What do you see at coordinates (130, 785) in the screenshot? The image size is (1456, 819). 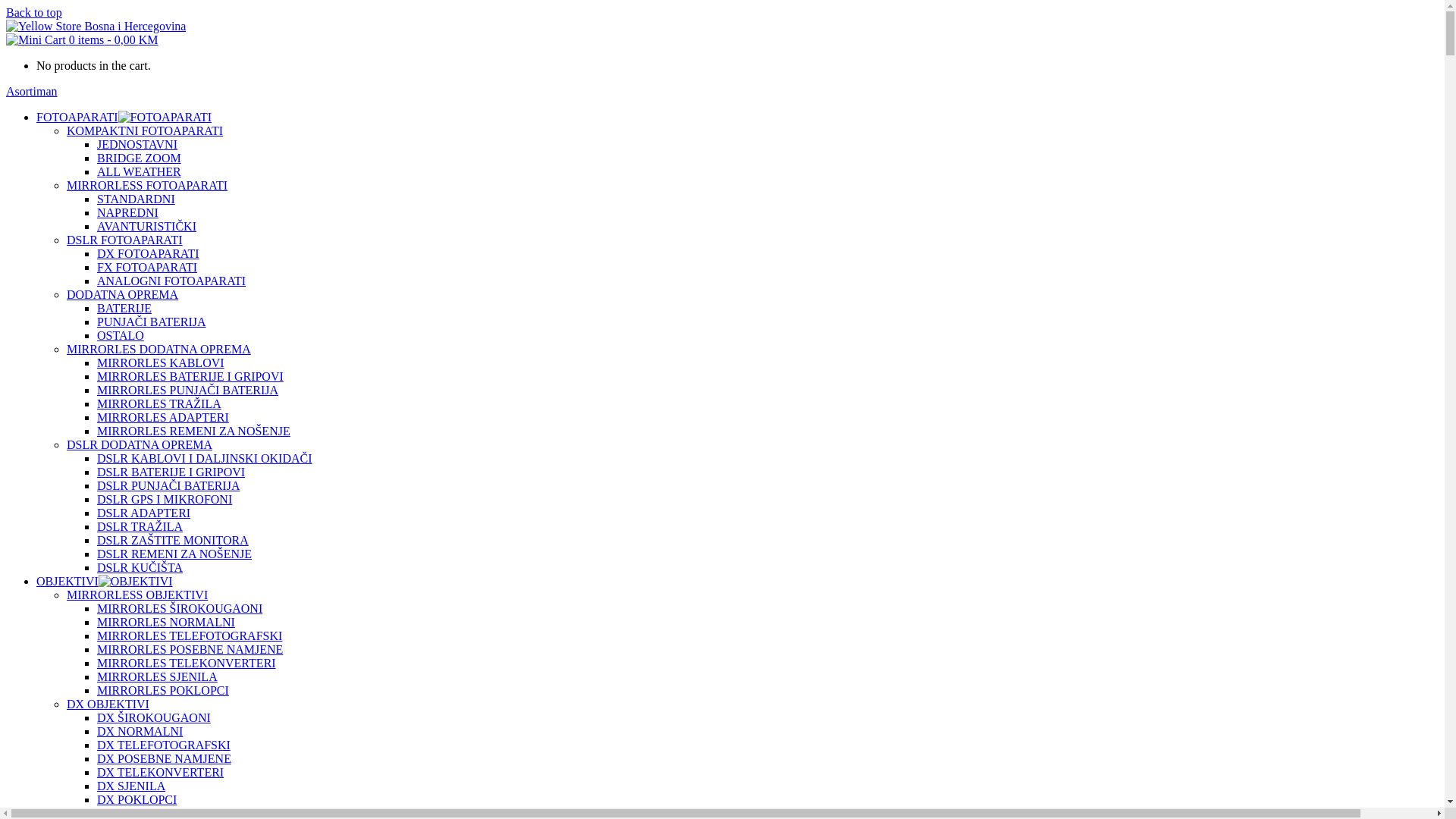 I see `'DX SJENILA'` at bounding box center [130, 785].